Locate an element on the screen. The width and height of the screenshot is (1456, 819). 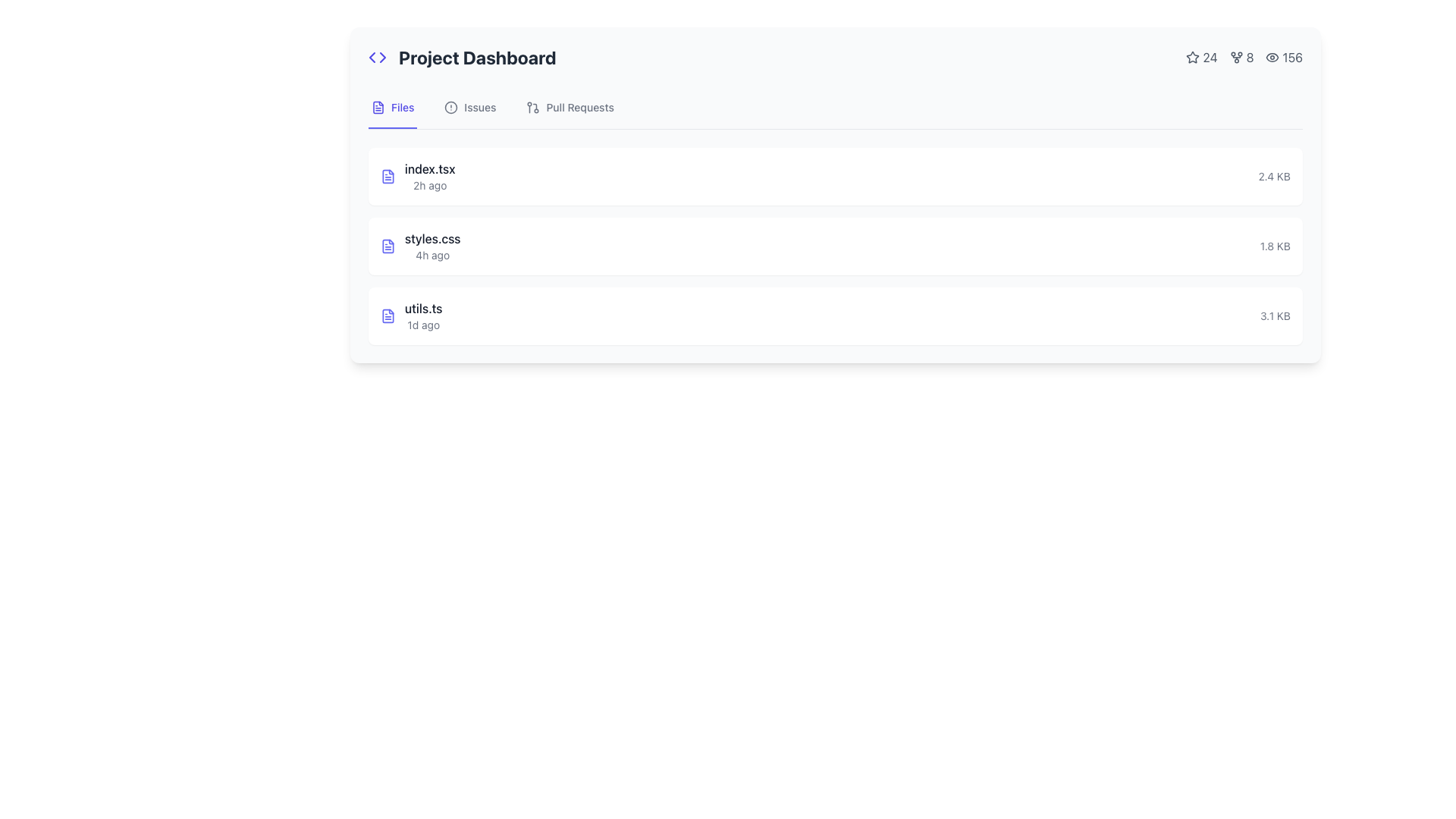
the 'Issues' text label in the navigation bar is located at coordinates (479, 107).